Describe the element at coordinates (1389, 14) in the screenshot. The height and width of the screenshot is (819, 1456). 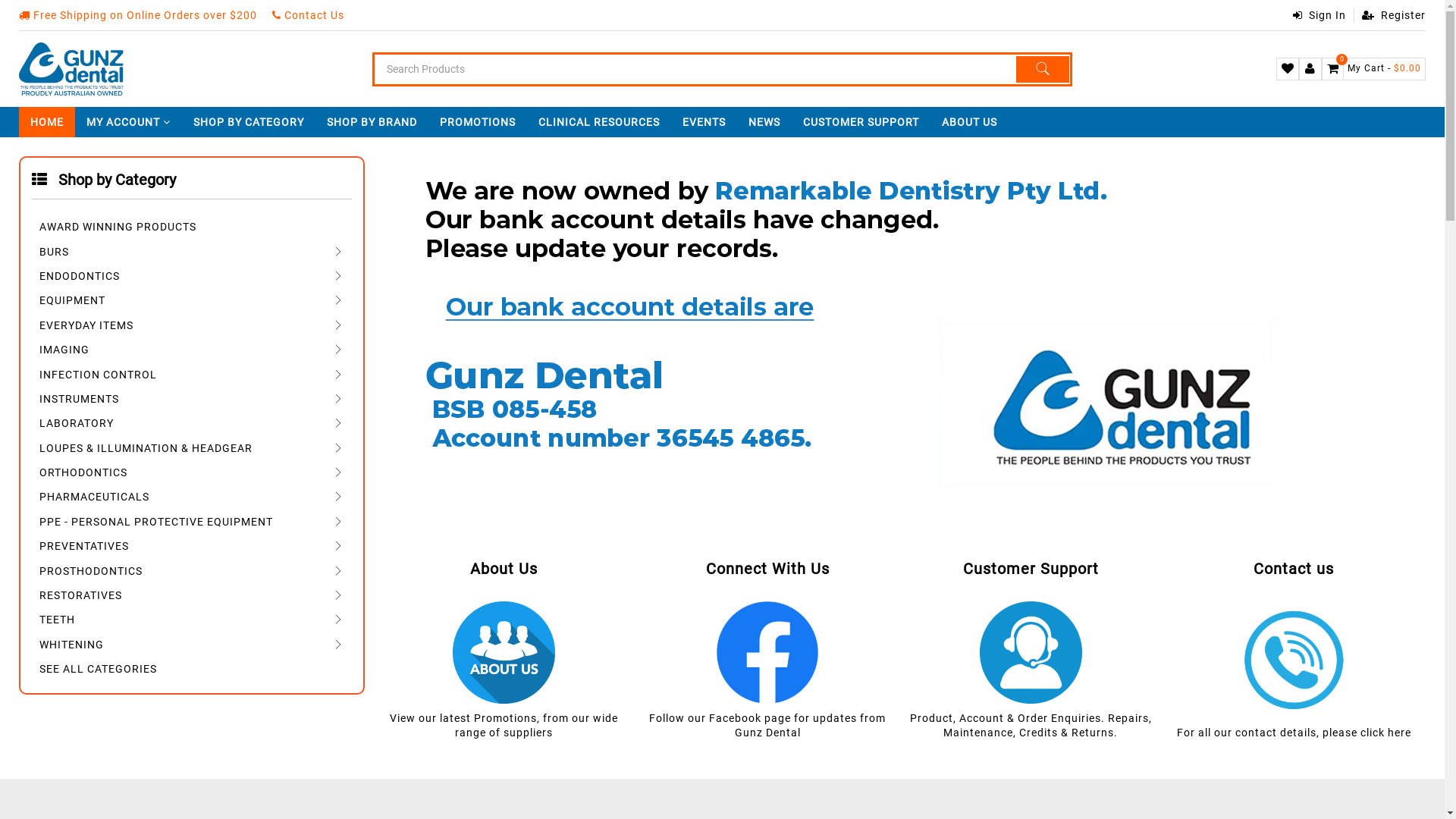
I see `'  Register'` at that location.